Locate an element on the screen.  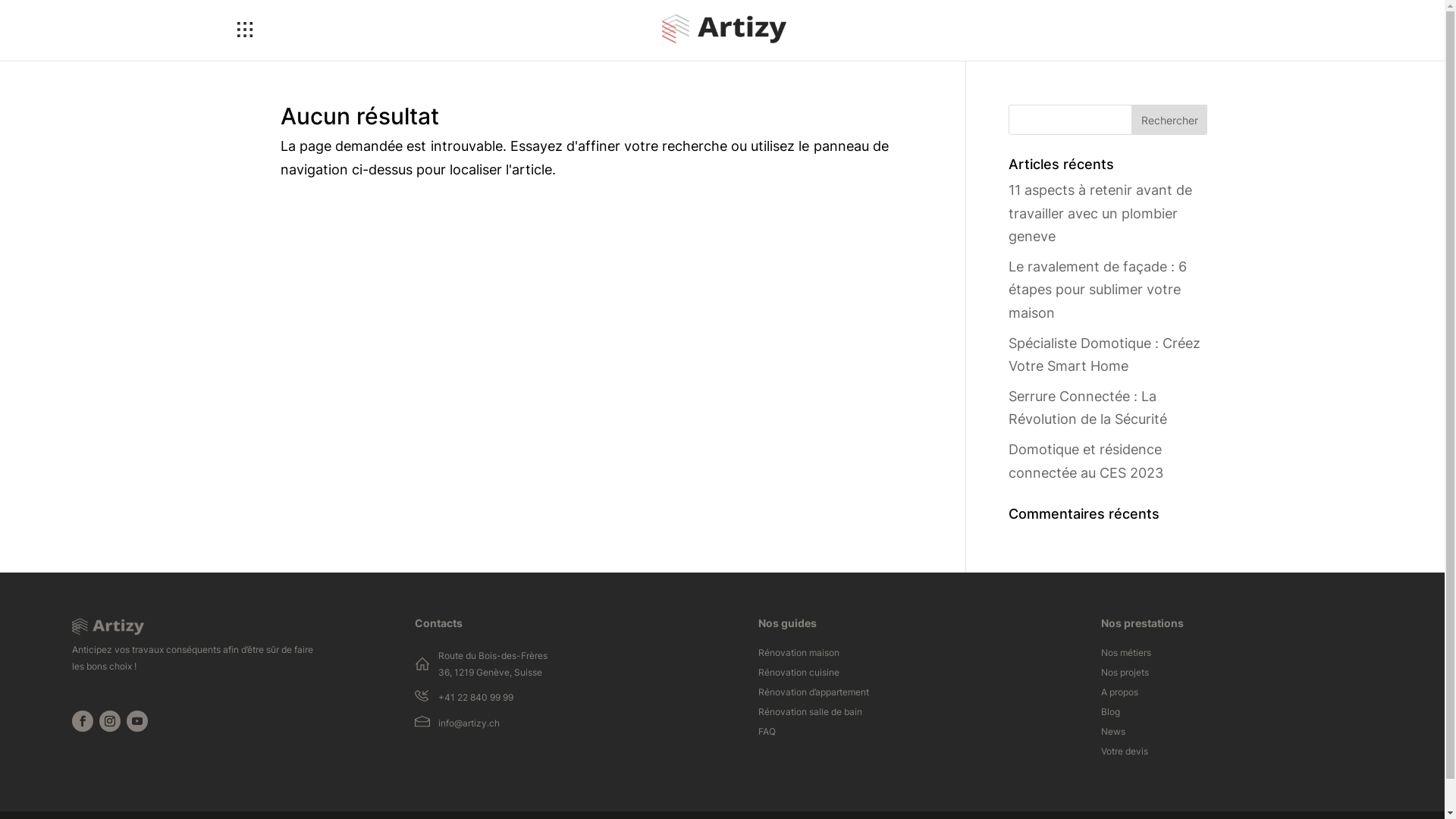
'News' is located at coordinates (1113, 733).